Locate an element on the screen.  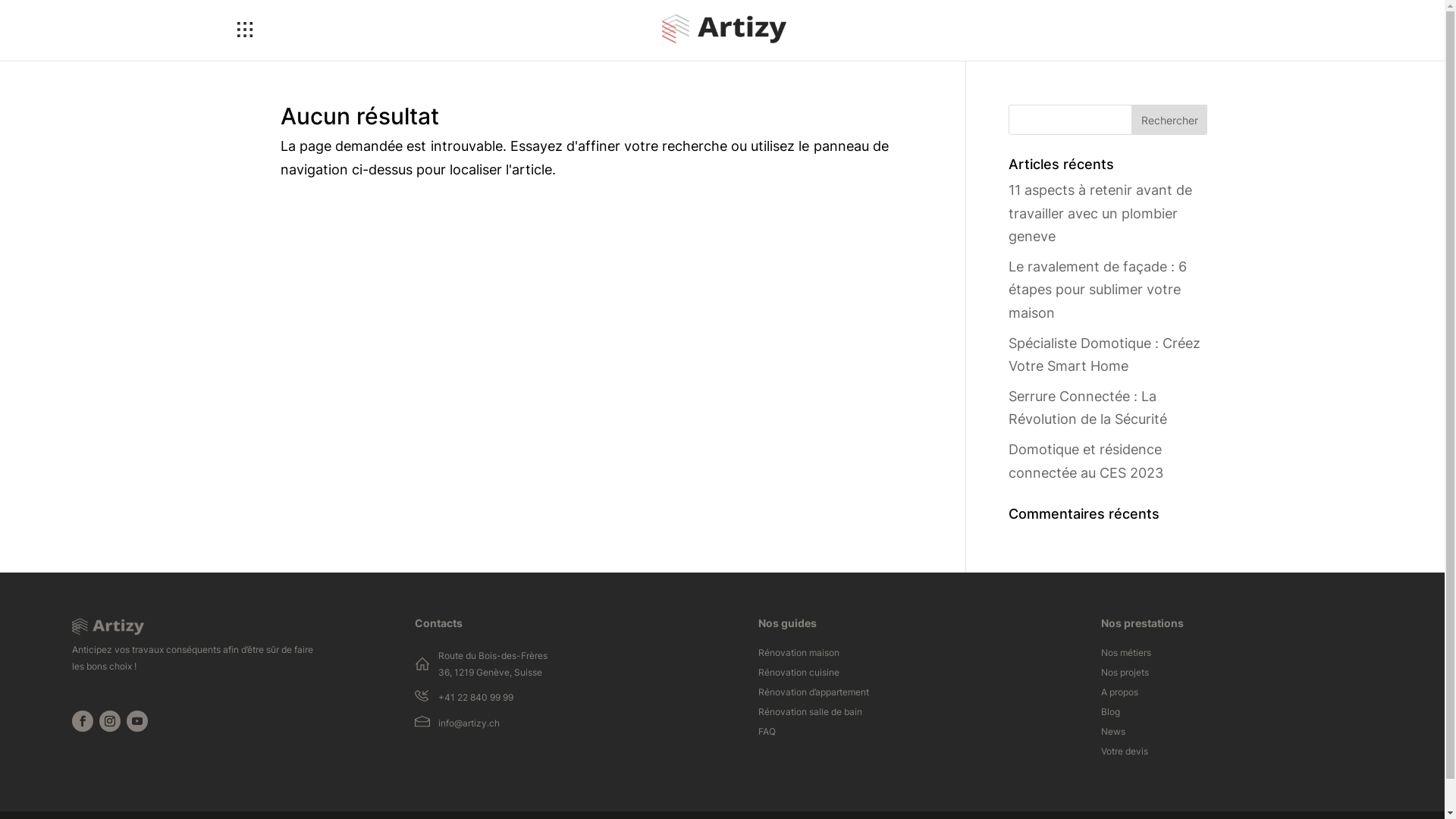
'News' is located at coordinates (1113, 733).